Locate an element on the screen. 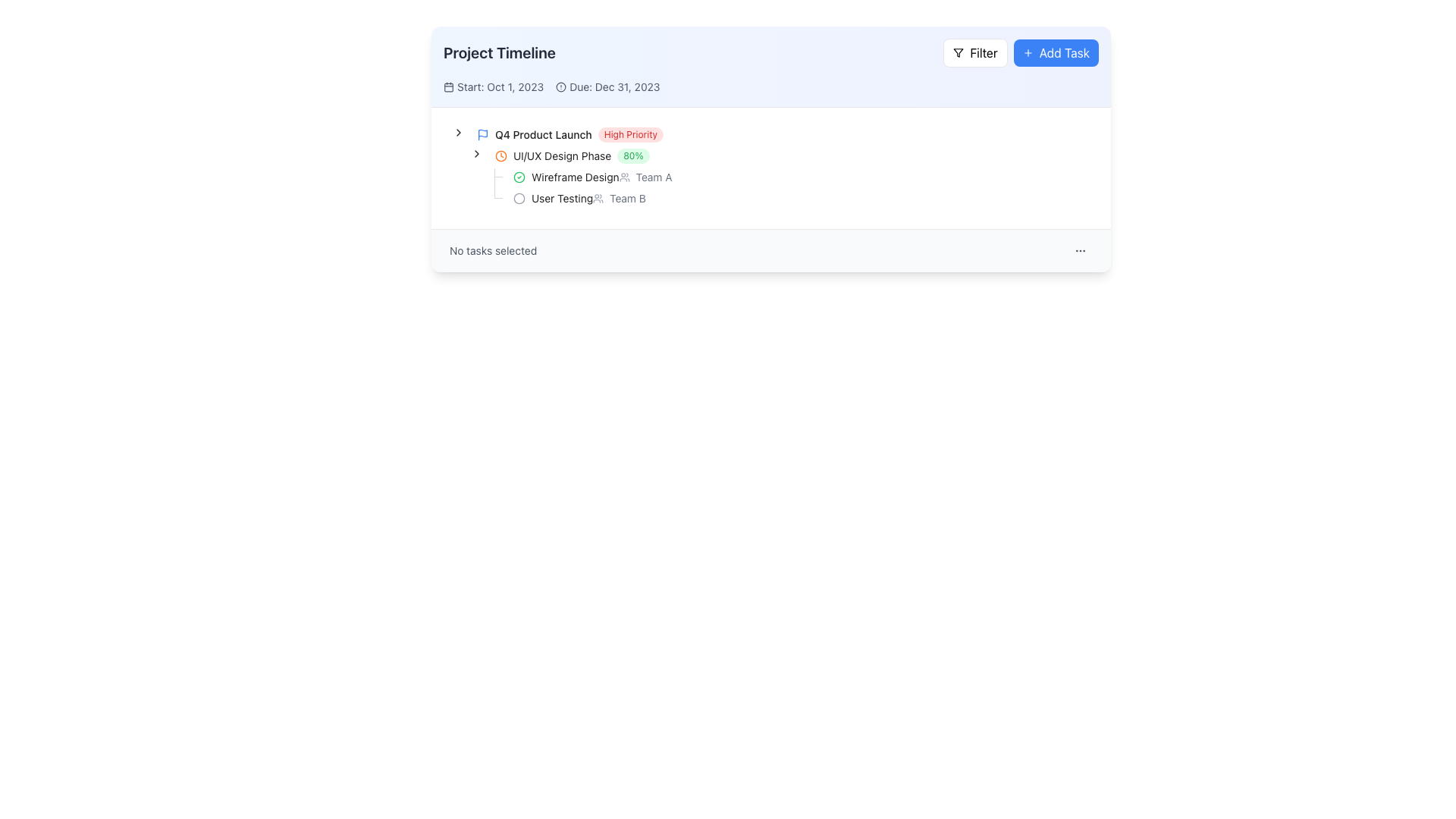 The image size is (1456, 819). the 'User Testing Team B' Text Display with Icons is located at coordinates (585, 198).